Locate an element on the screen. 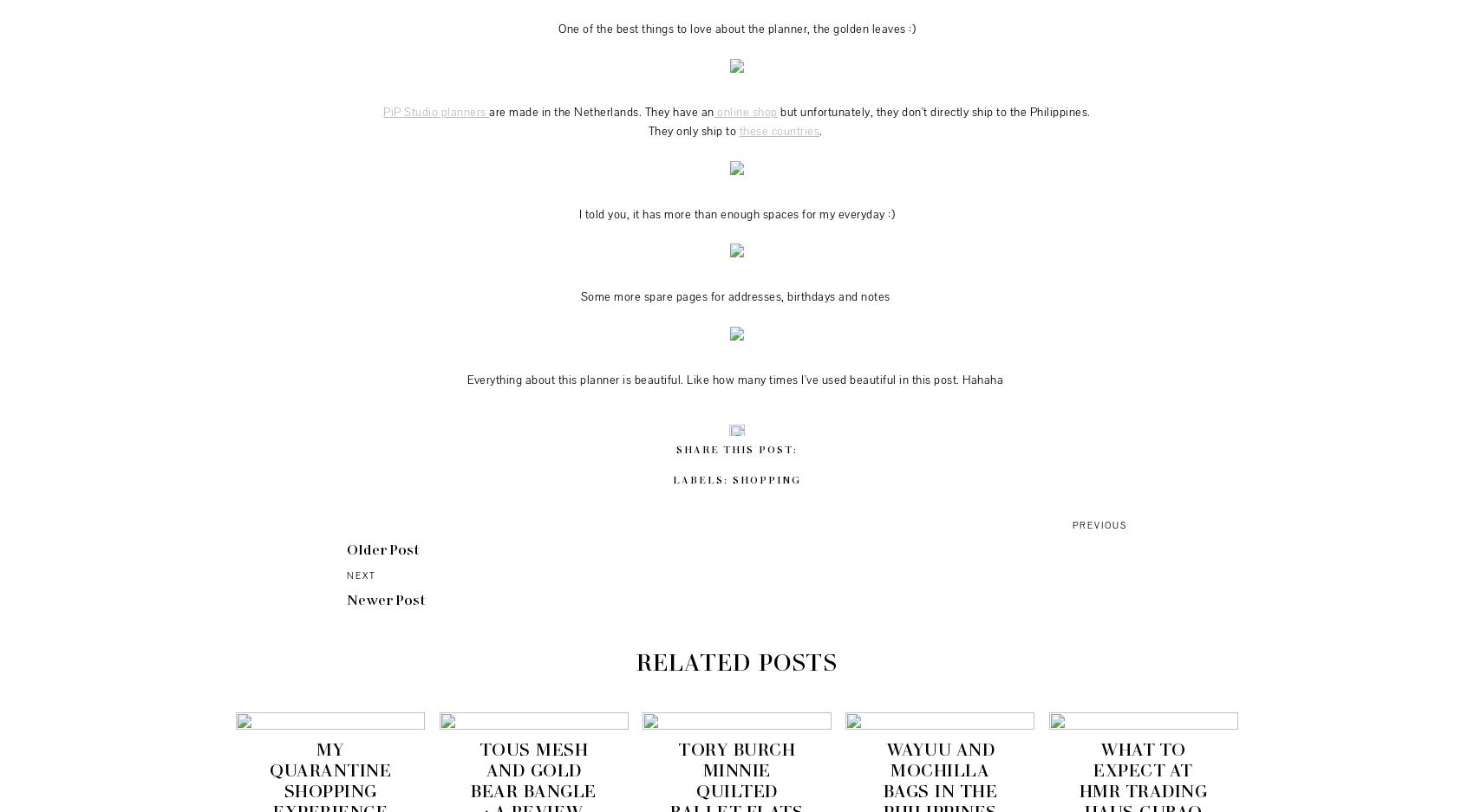  'but unfortunately, they don't directly ship to the Philippines. They only ship to' is located at coordinates (869, 121).